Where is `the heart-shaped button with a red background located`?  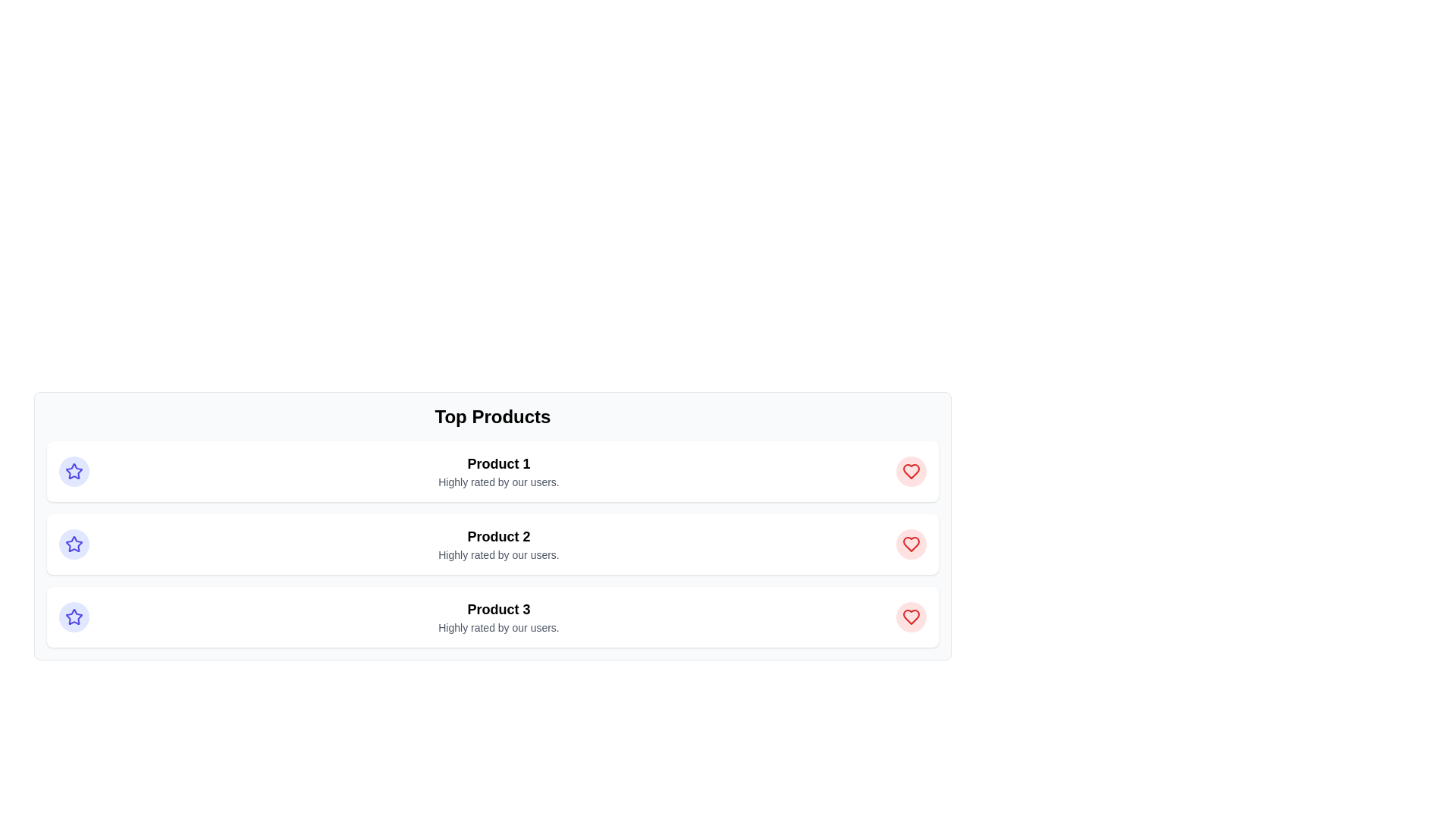
the heart-shaped button with a red background located is located at coordinates (910, 617).